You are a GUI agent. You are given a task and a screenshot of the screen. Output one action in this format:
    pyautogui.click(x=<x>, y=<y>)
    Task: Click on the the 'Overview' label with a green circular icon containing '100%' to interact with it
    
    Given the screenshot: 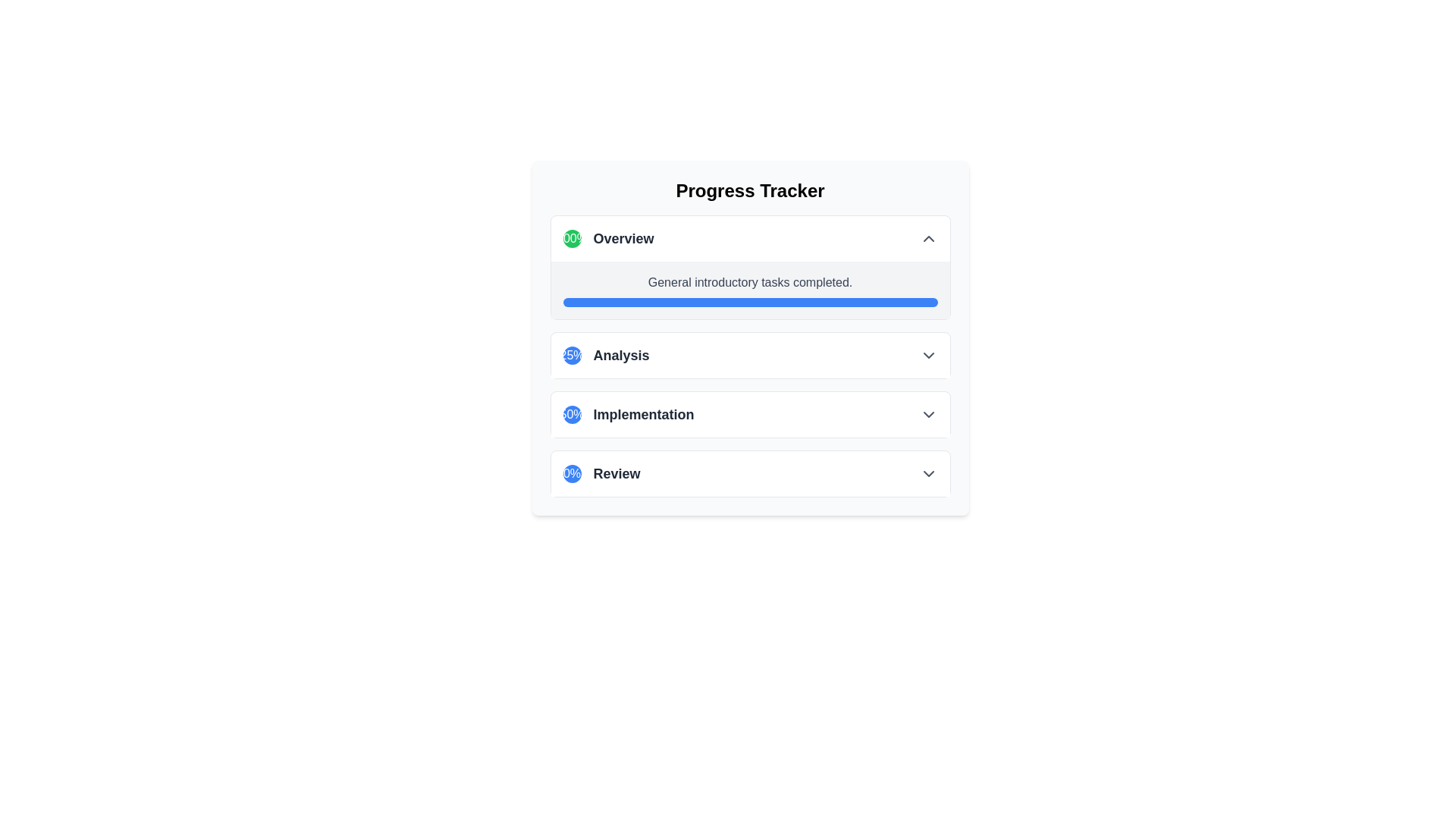 What is the action you would take?
    pyautogui.click(x=608, y=239)
    